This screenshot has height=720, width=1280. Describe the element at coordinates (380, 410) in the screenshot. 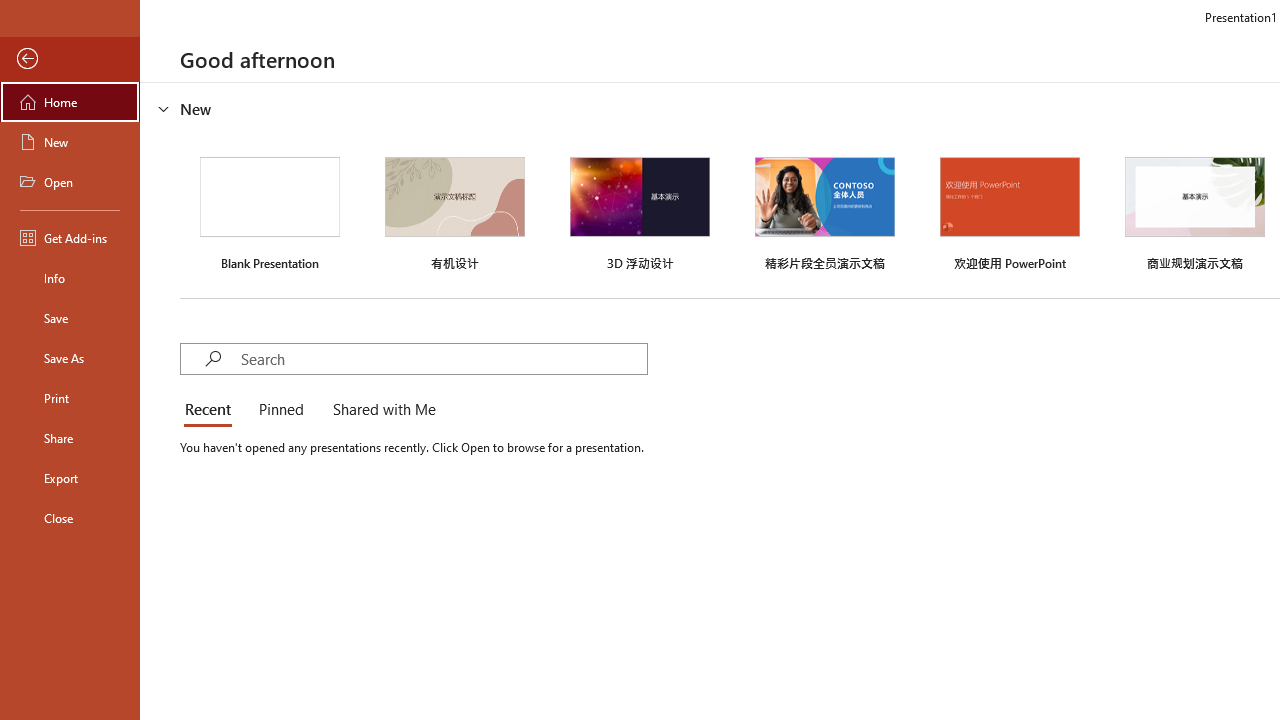

I see `'Shared with Me'` at that location.